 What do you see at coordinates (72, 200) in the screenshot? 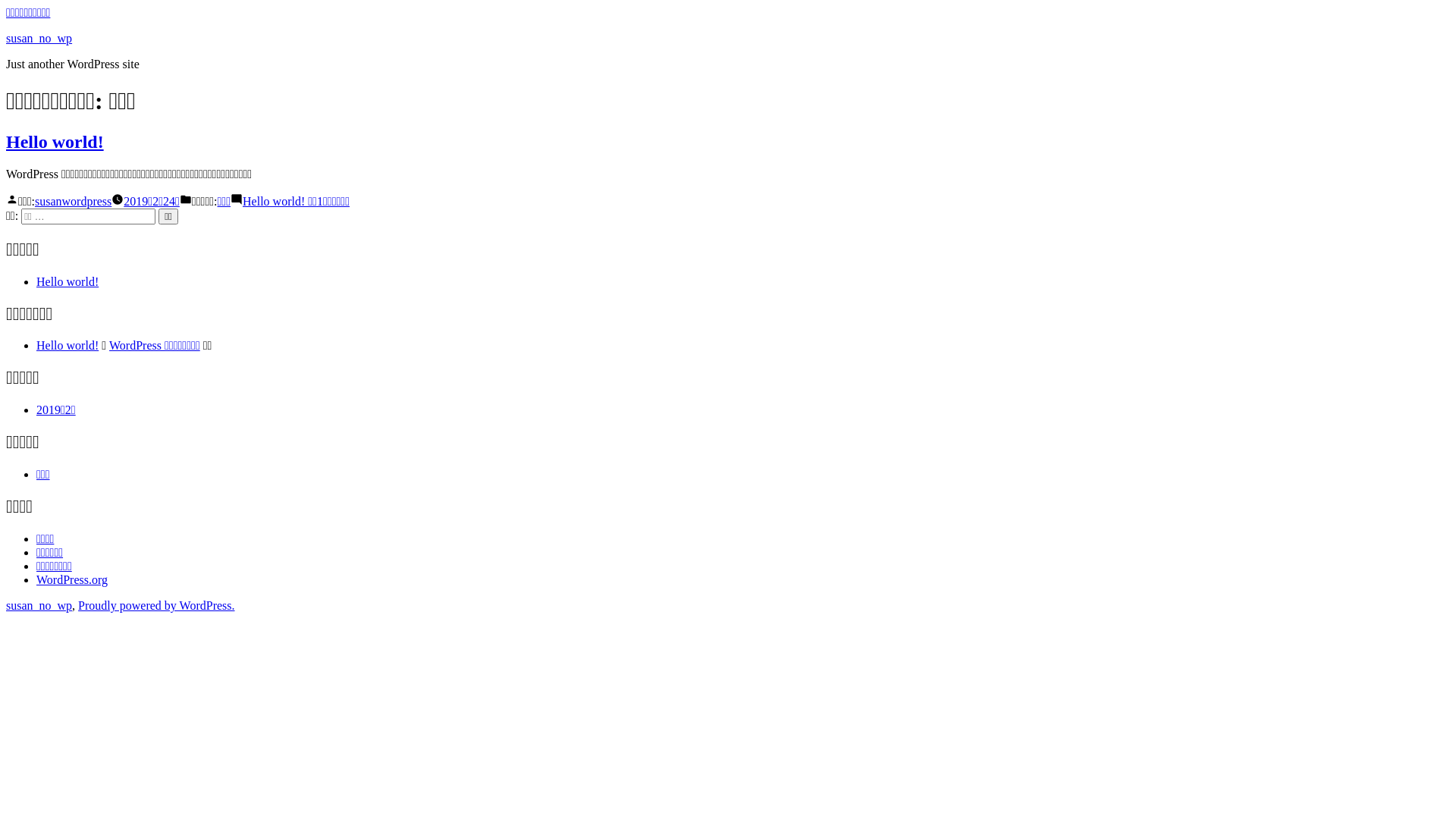
I see `'susanwordpress'` at bounding box center [72, 200].